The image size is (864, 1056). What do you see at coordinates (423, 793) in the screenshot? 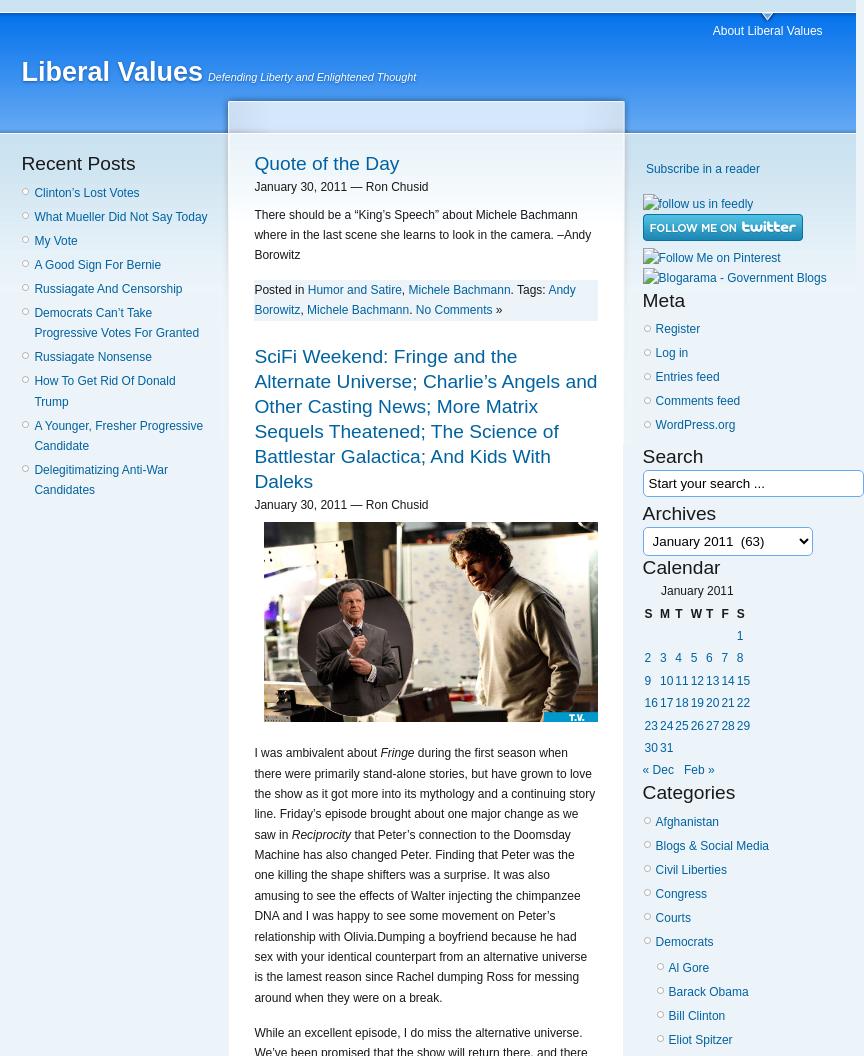
I see `'during the first season when there were primarily stand-alone stories, but have grown to love the show as it got more into its mythology and a continuing story line. Friday’s episode brought about one major change as we saw in'` at bounding box center [423, 793].